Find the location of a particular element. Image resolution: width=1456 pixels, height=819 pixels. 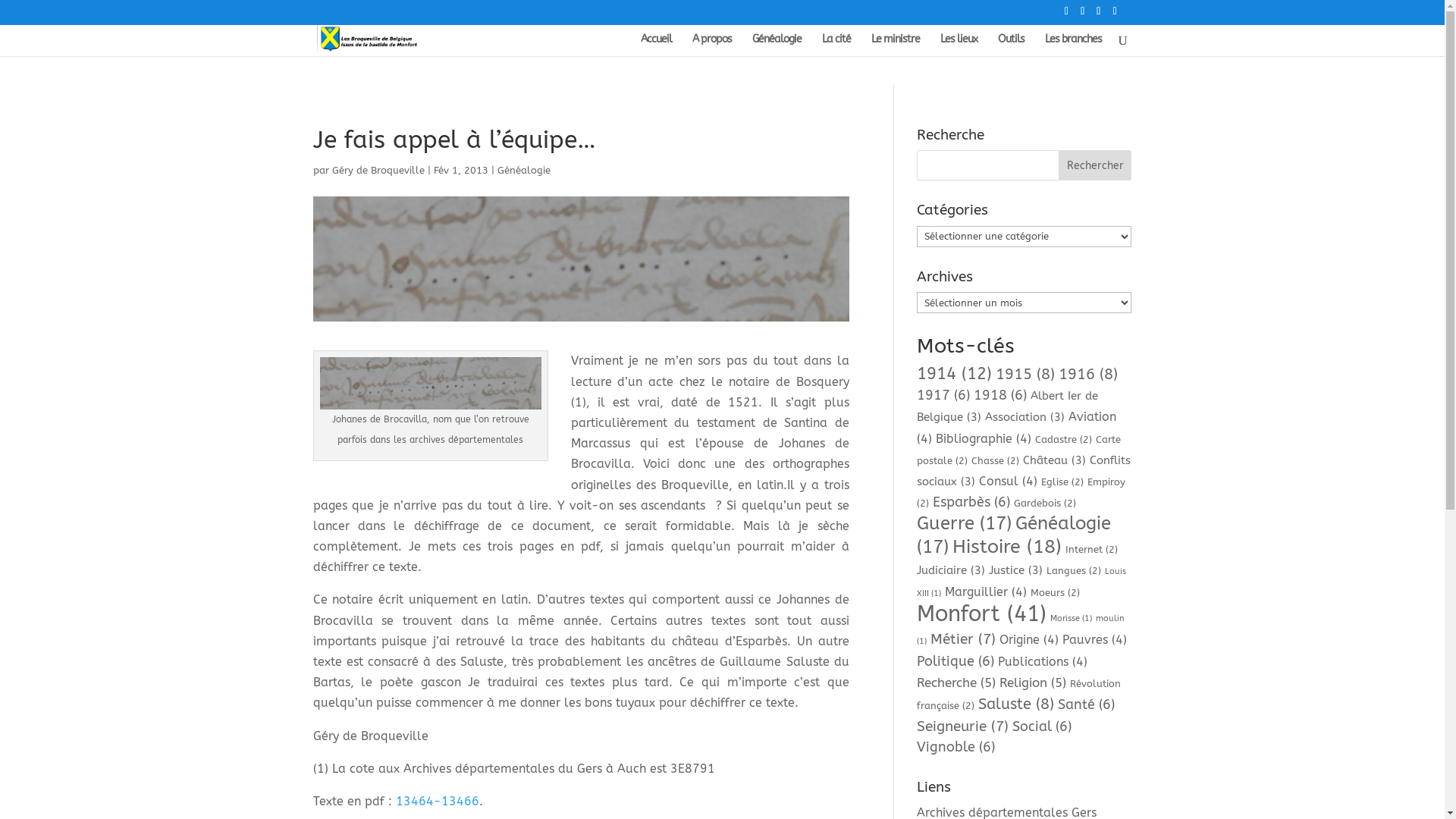

'Politique (6)' is located at coordinates (954, 660).